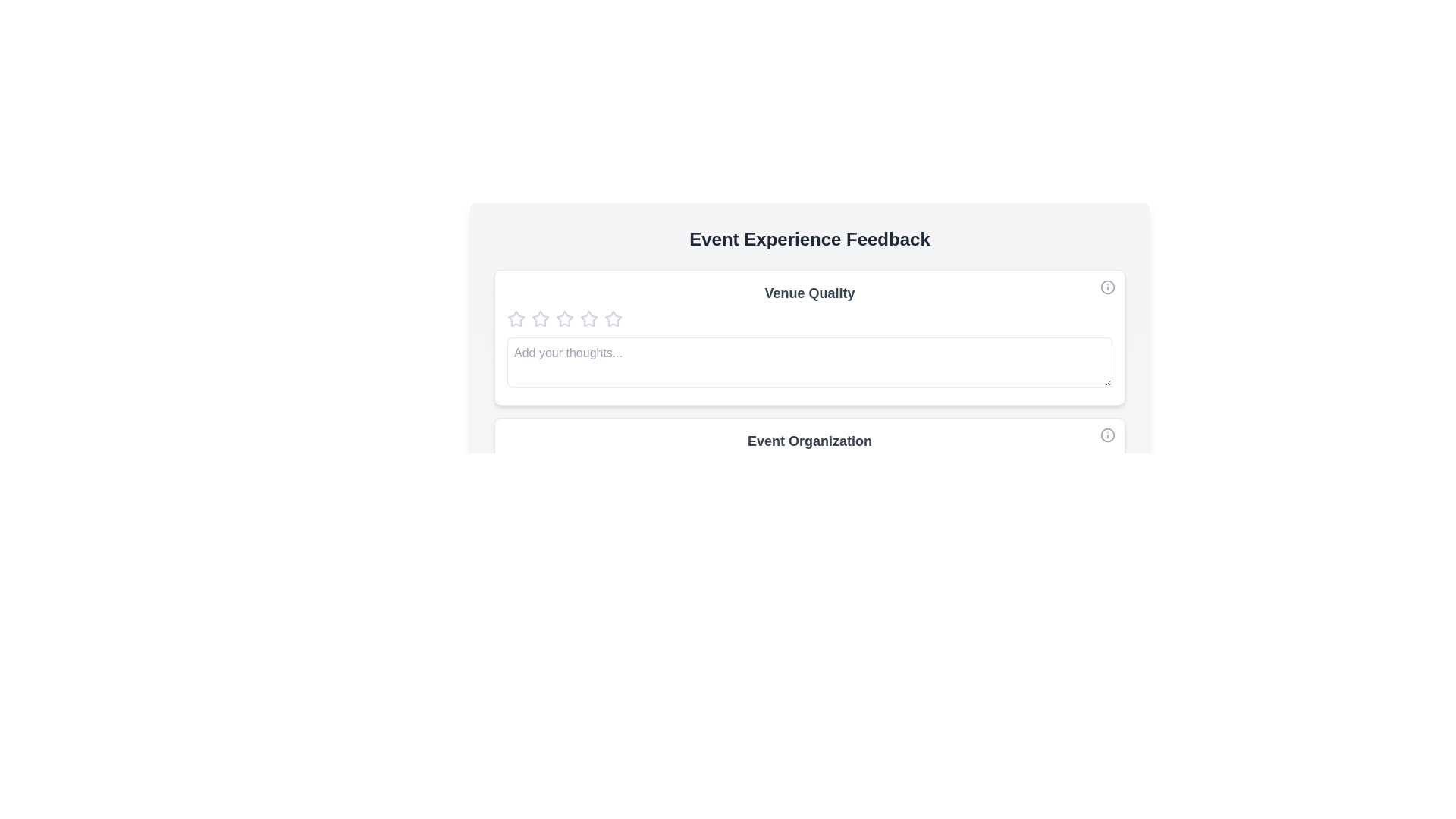 This screenshot has width=1456, height=819. Describe the element at coordinates (539, 318) in the screenshot. I see `the second star icon in the rating system for 'Venue Quality'` at that location.